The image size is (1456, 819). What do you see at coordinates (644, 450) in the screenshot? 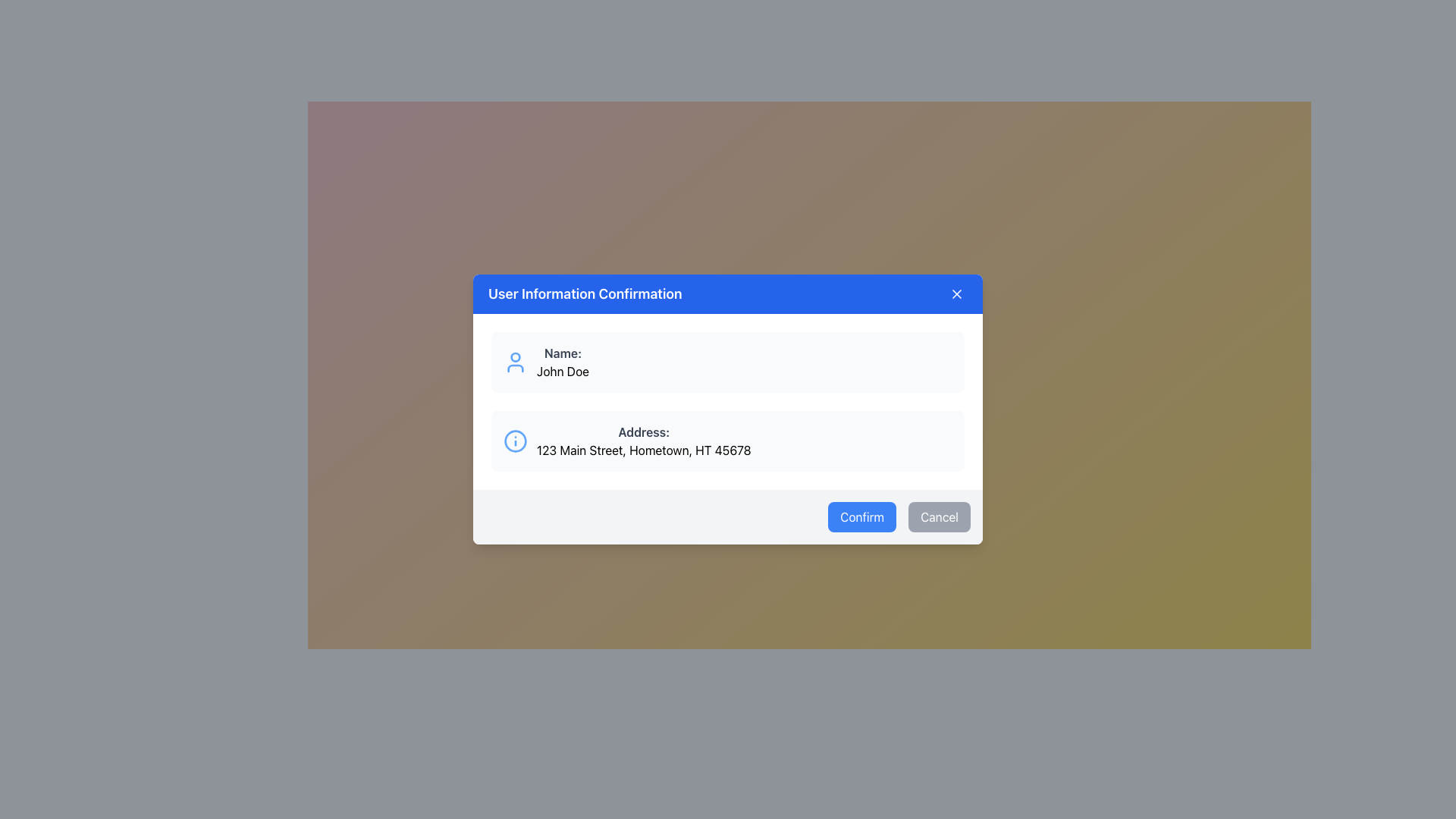
I see `the static text content displaying '123 Main Street, Hometown, HT 45678' located under the label 'Address:' in the 'User Information Confirmation' modal` at bounding box center [644, 450].